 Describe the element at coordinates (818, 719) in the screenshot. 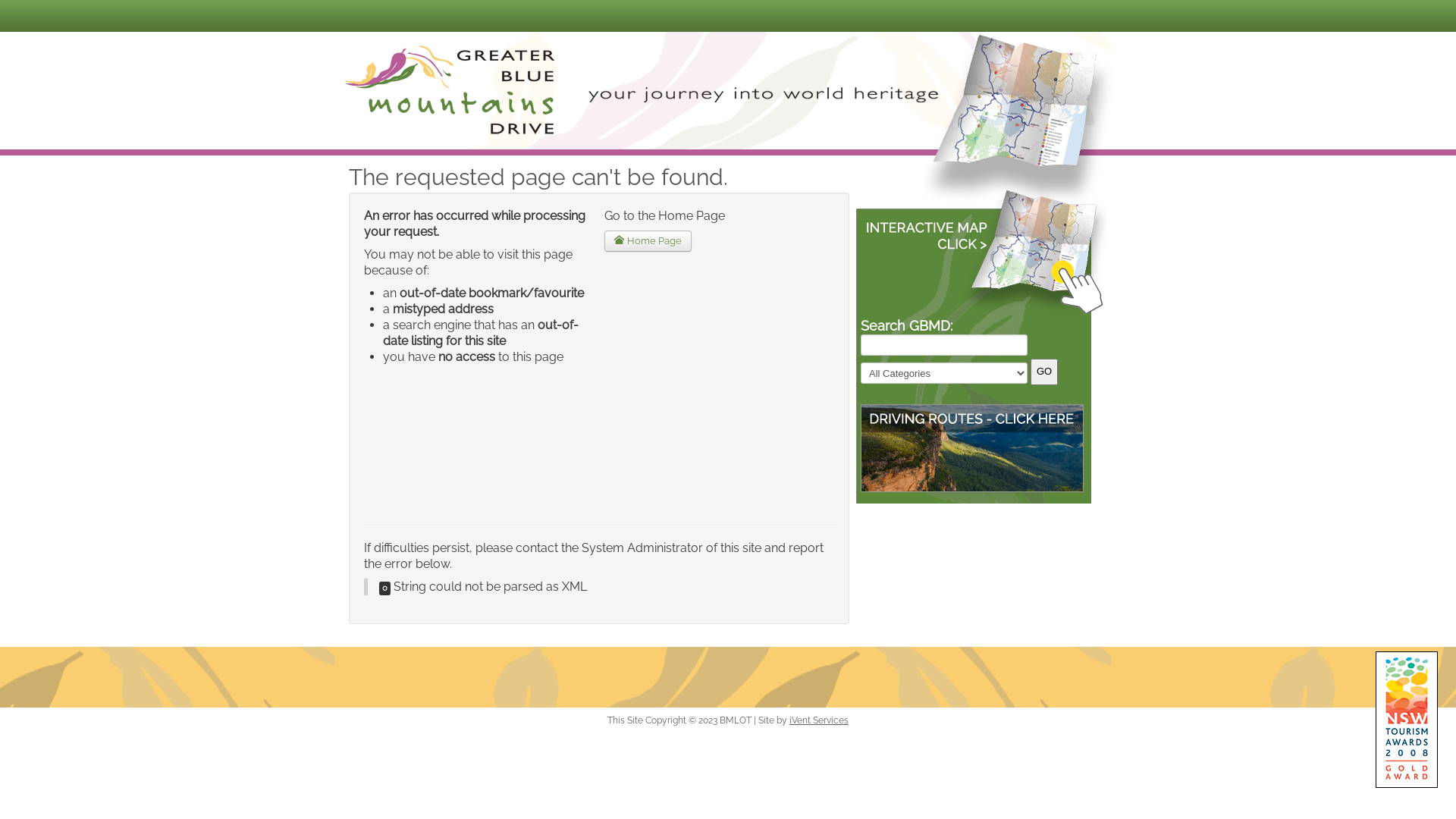

I see `'iVent Services'` at that location.